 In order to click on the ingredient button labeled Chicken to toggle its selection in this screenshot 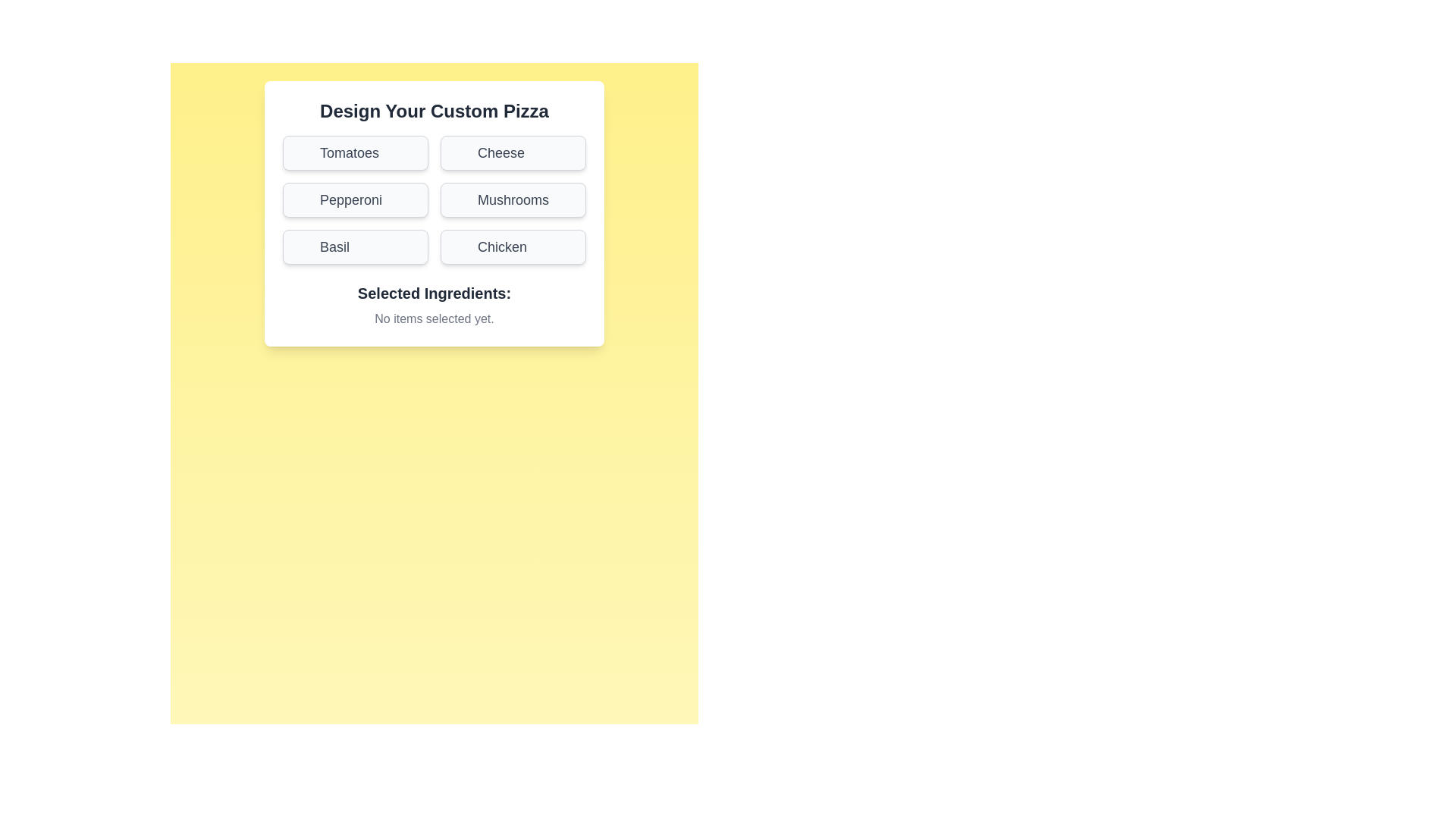, I will do `click(513, 246)`.